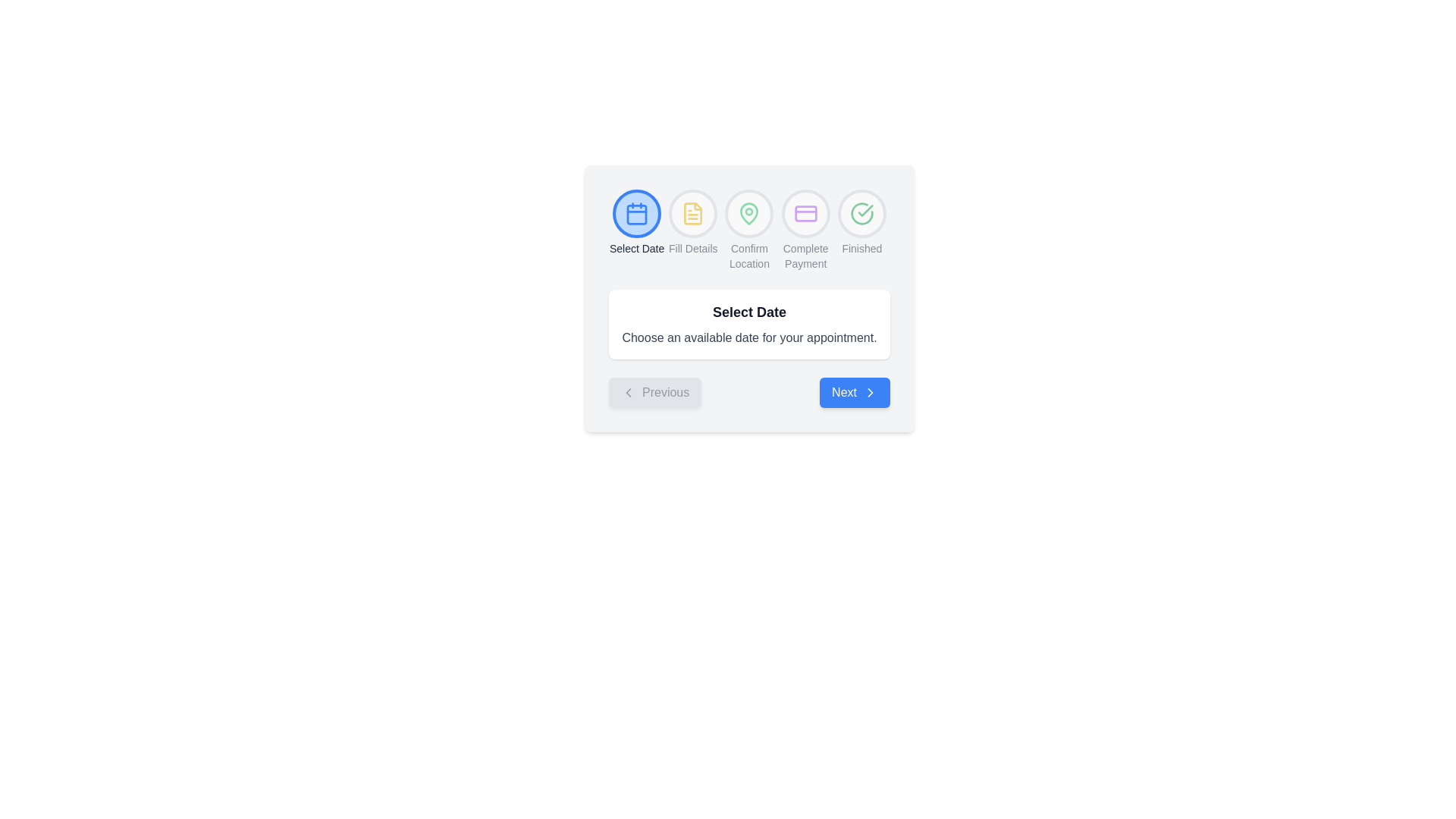 The image size is (1456, 819). Describe the element at coordinates (805, 213) in the screenshot. I see `the inner rounded rectangle of the 'Complete Payment' icon, which is the fourth step in the navigation bar` at that location.